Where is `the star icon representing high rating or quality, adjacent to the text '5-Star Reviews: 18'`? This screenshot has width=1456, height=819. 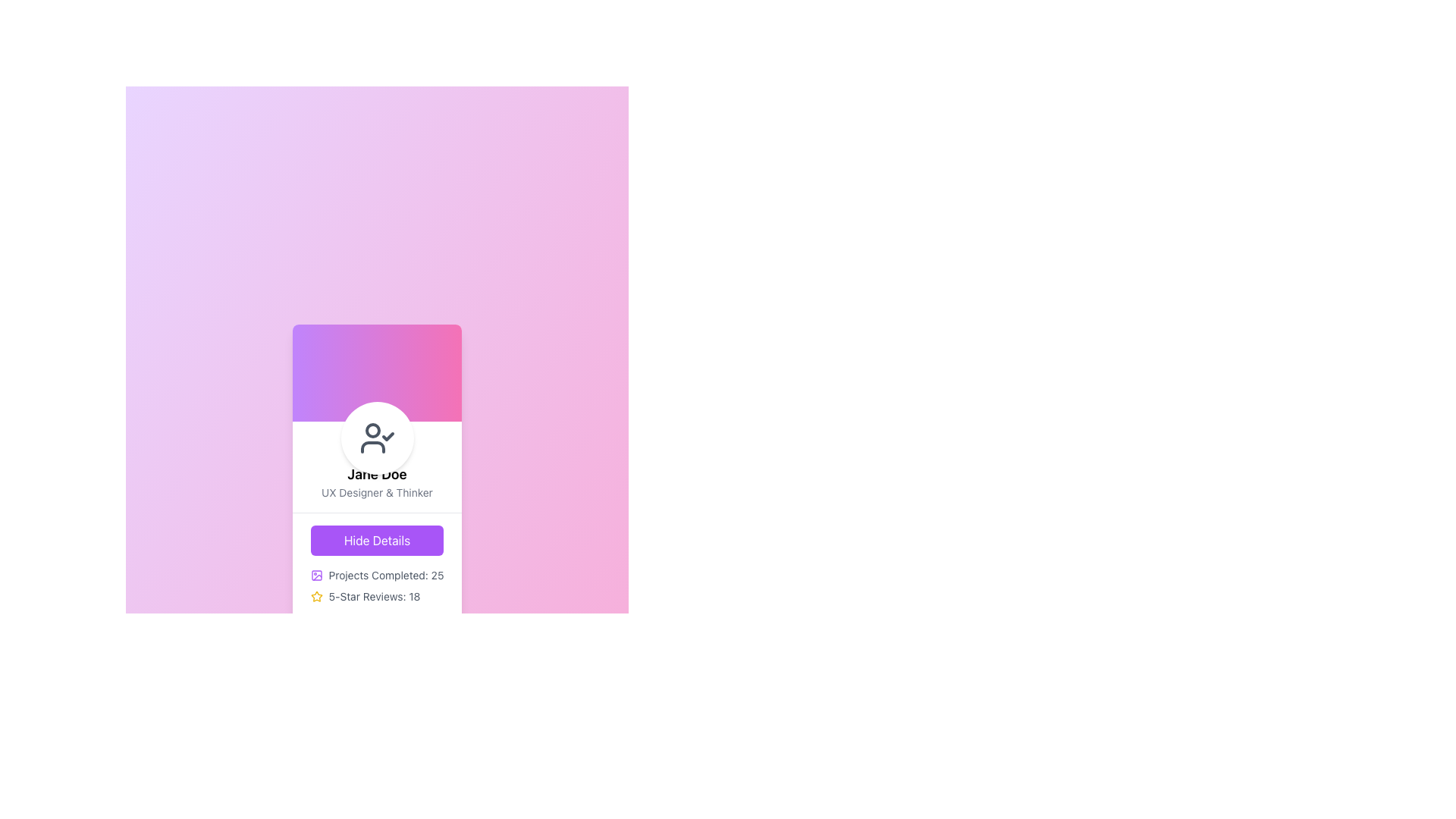
the star icon representing high rating or quality, adjacent to the text '5-Star Reviews: 18' is located at coordinates (315, 595).